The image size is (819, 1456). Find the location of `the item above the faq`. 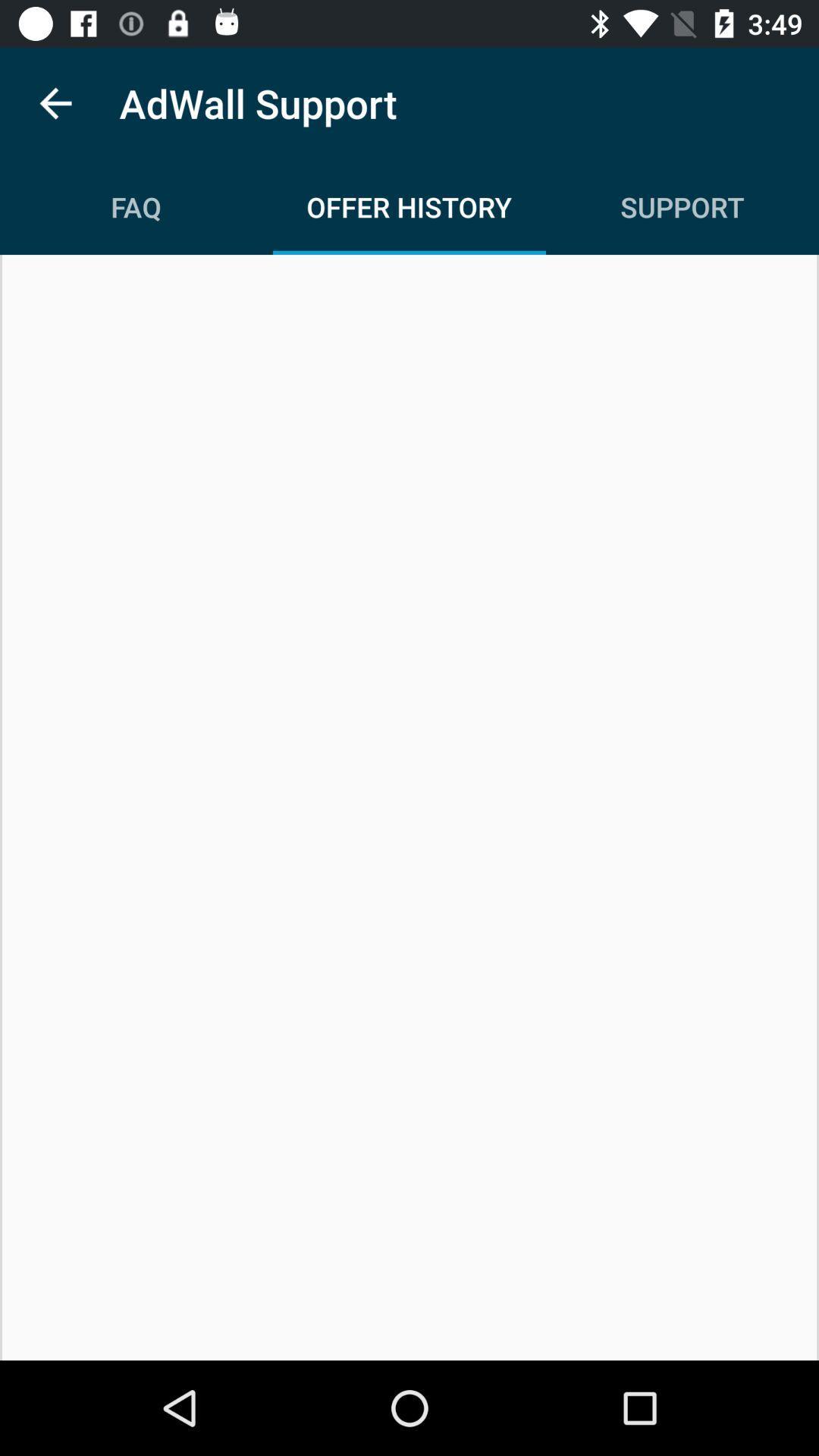

the item above the faq is located at coordinates (55, 102).